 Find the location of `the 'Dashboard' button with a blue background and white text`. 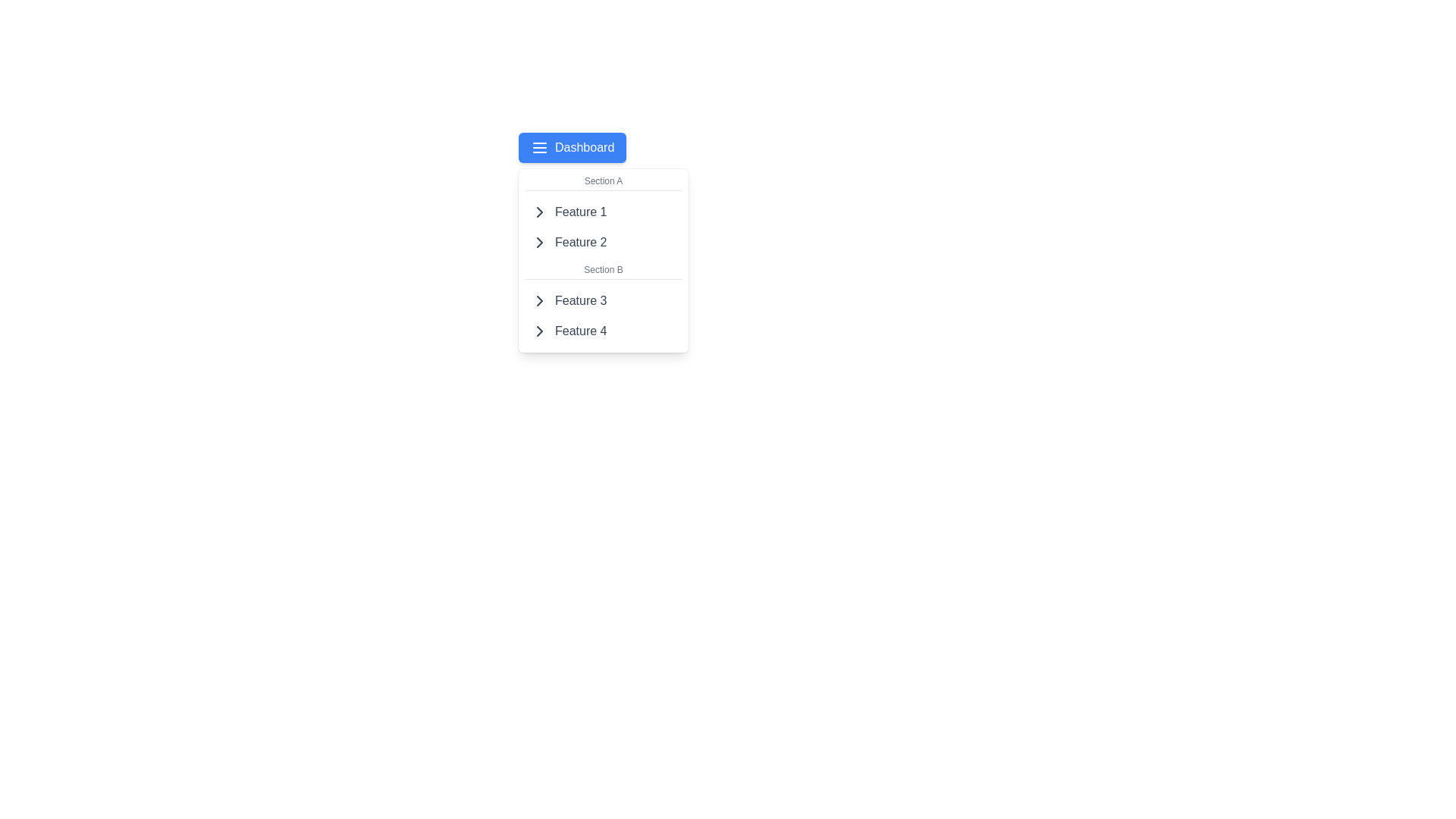

the 'Dashboard' button with a blue background and white text is located at coordinates (572, 148).